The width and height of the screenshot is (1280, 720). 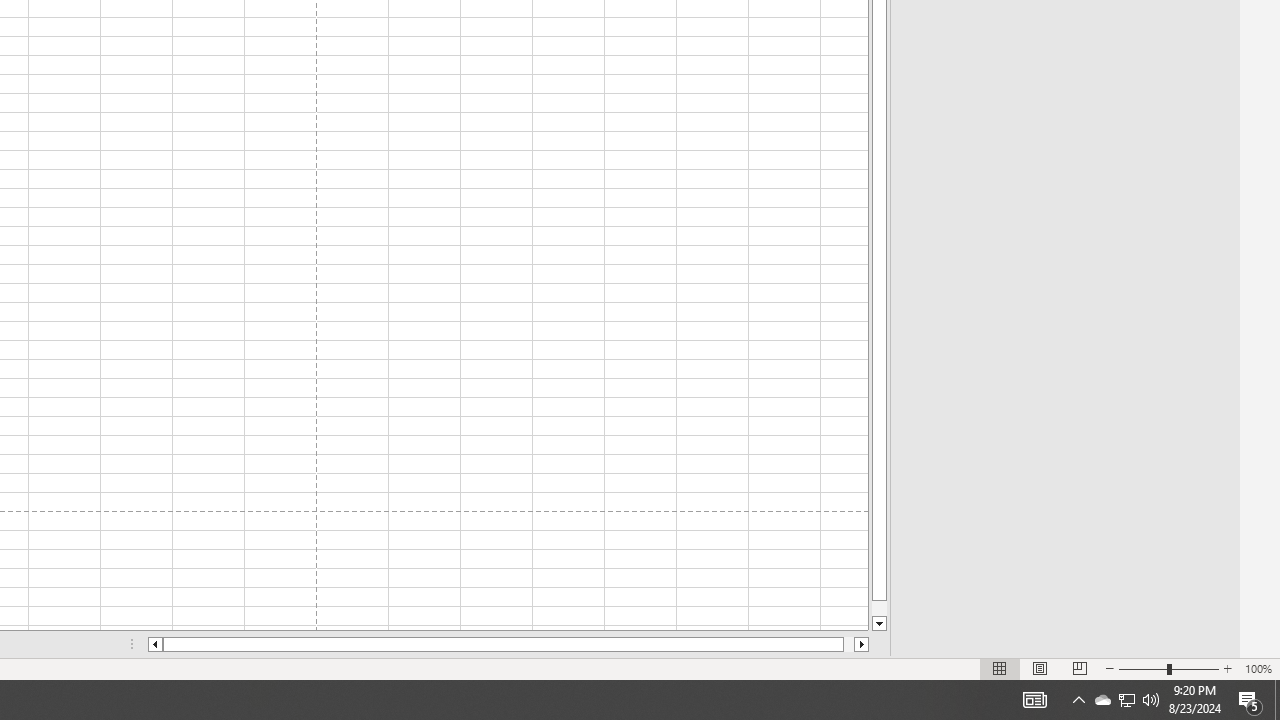 I want to click on 'Normal', so click(x=1000, y=669).